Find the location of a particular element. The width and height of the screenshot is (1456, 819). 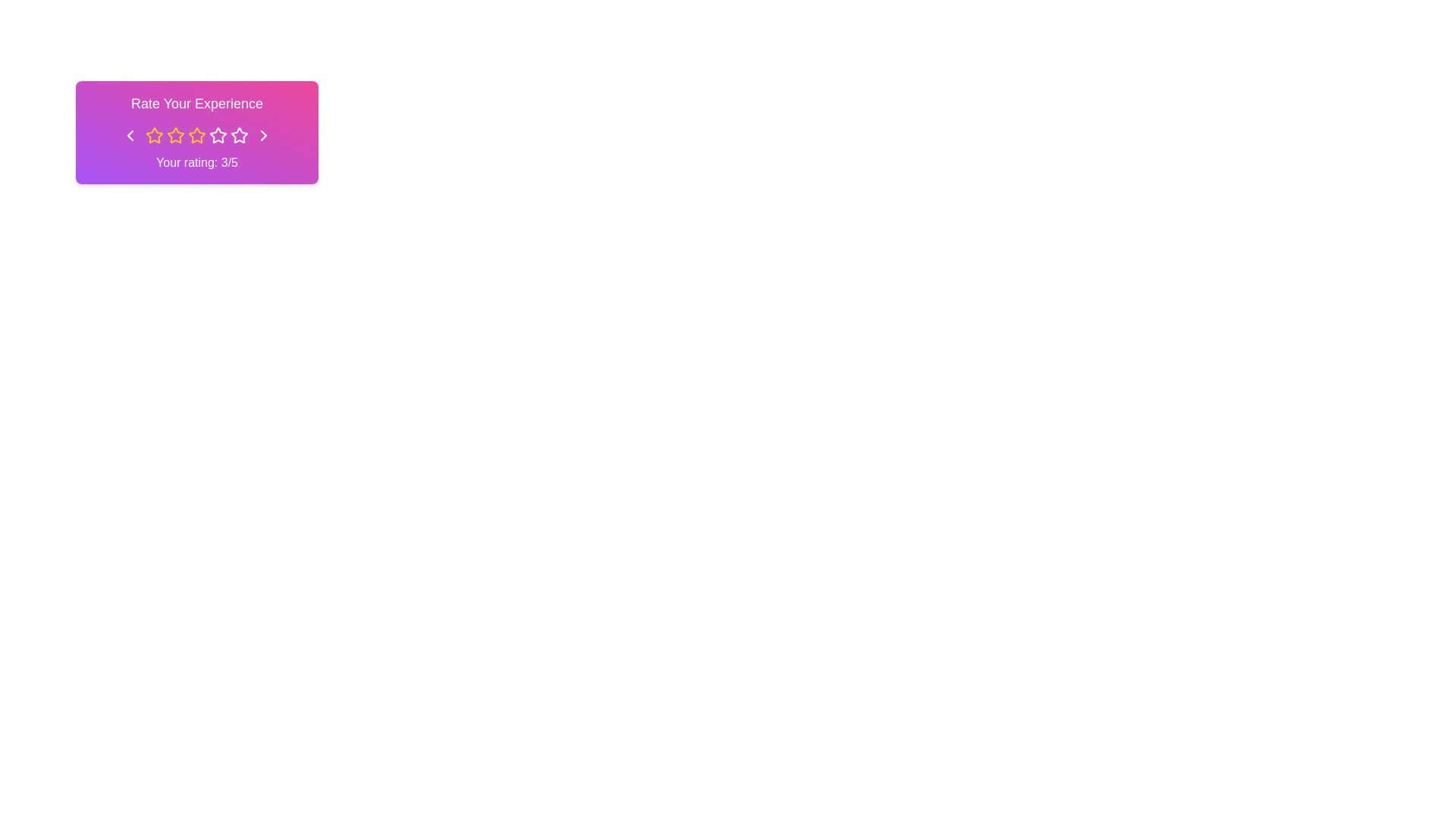

the fourth yellow star icon in the rating widget is located at coordinates (196, 134).